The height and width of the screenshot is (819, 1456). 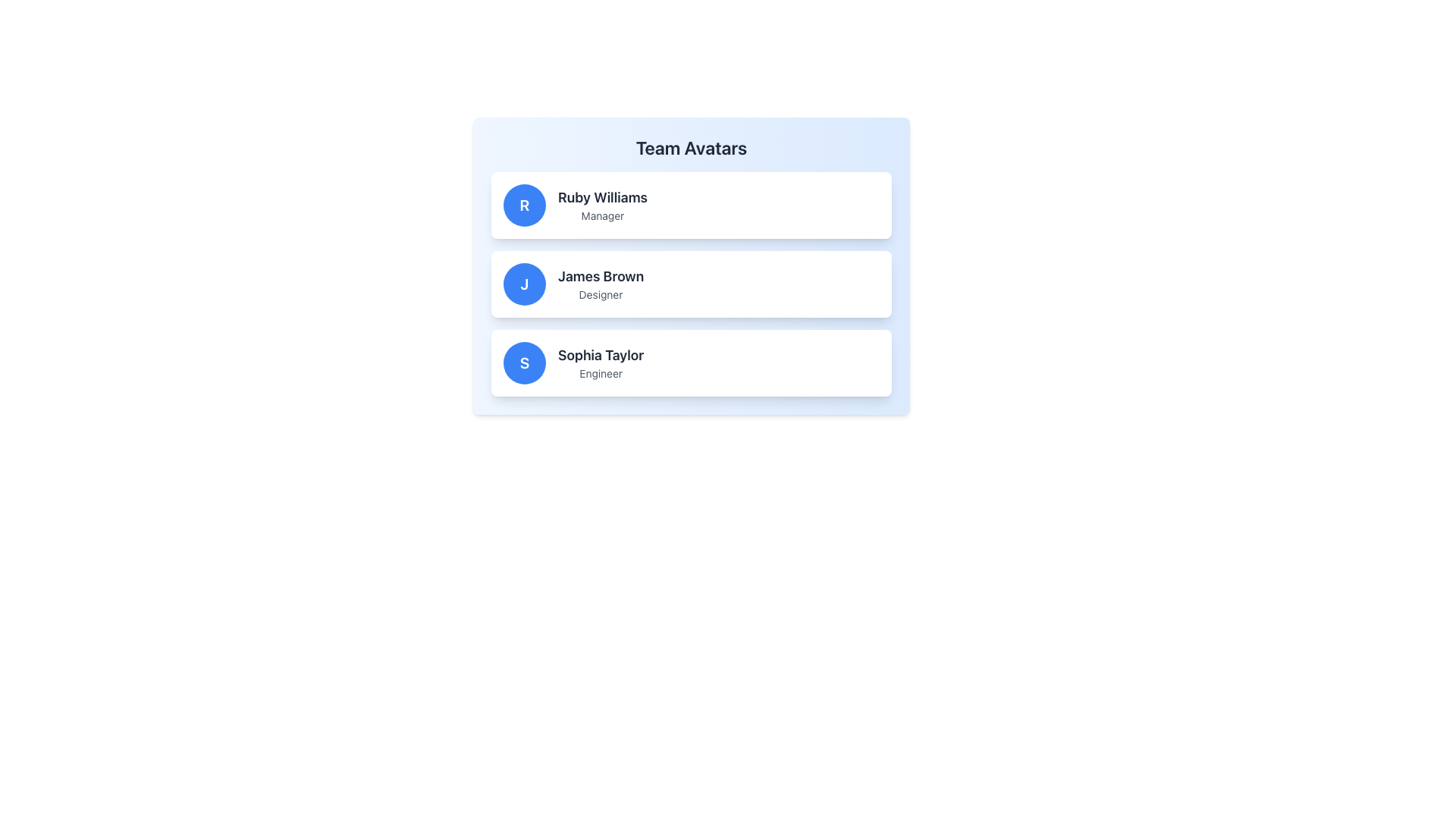 What do you see at coordinates (602, 205) in the screenshot?
I see `the static text block containing 'Ruby Williams' and 'Manager', which is positioned on the first row of the 'Team Avatars' section, to the right of the blue avatar with 'R'` at bounding box center [602, 205].